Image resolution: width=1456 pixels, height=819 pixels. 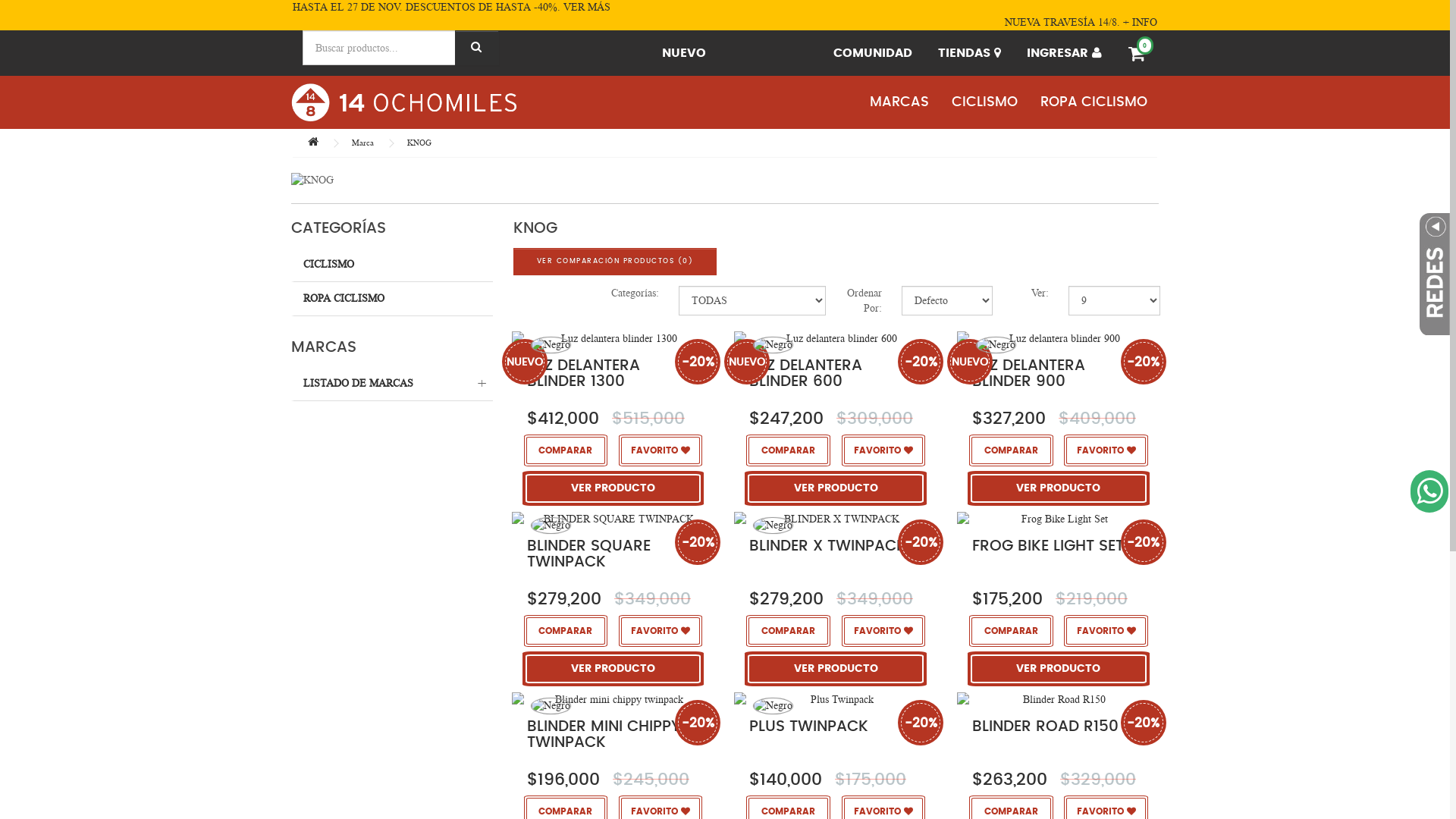 What do you see at coordinates (1057, 517) in the screenshot?
I see `'Frog Bike Light Set'` at bounding box center [1057, 517].